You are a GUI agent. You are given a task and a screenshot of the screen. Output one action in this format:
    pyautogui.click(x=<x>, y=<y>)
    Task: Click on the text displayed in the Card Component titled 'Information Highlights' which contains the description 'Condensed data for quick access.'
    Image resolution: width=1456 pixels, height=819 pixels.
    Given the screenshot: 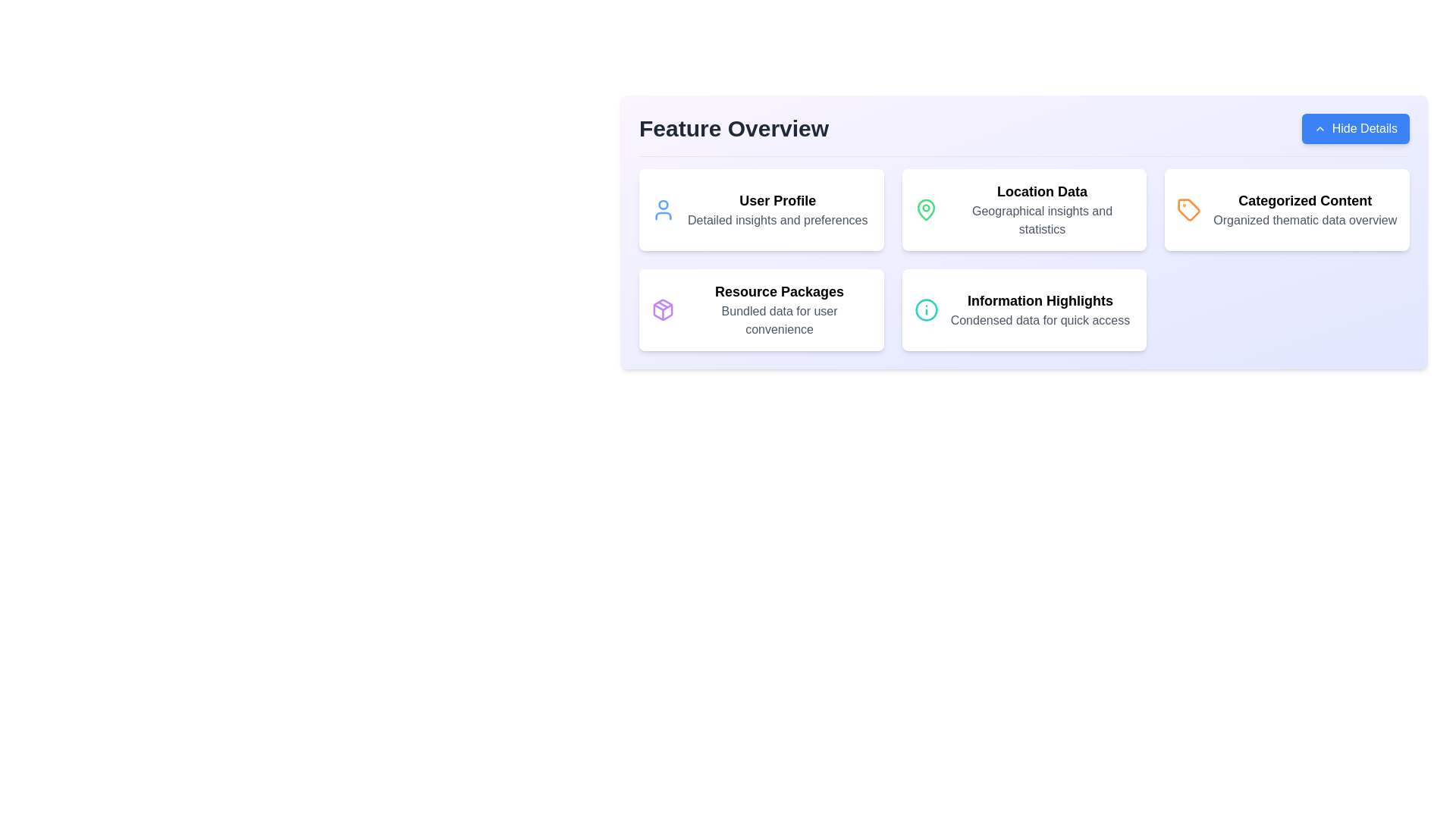 What is the action you would take?
    pyautogui.click(x=1024, y=309)
    